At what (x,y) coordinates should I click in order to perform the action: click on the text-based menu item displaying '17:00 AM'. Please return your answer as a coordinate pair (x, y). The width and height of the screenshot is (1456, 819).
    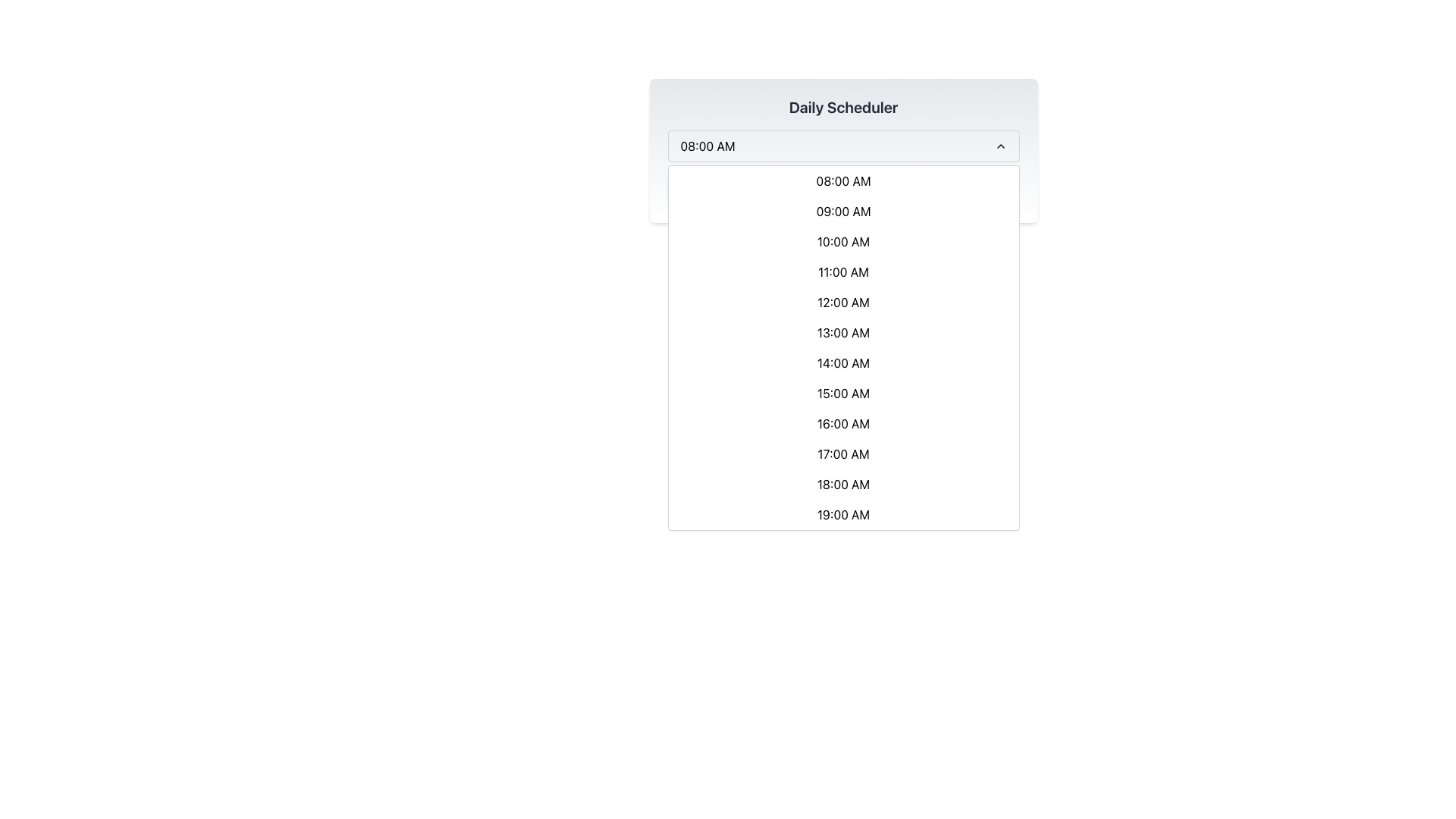
    Looking at the image, I should click on (843, 453).